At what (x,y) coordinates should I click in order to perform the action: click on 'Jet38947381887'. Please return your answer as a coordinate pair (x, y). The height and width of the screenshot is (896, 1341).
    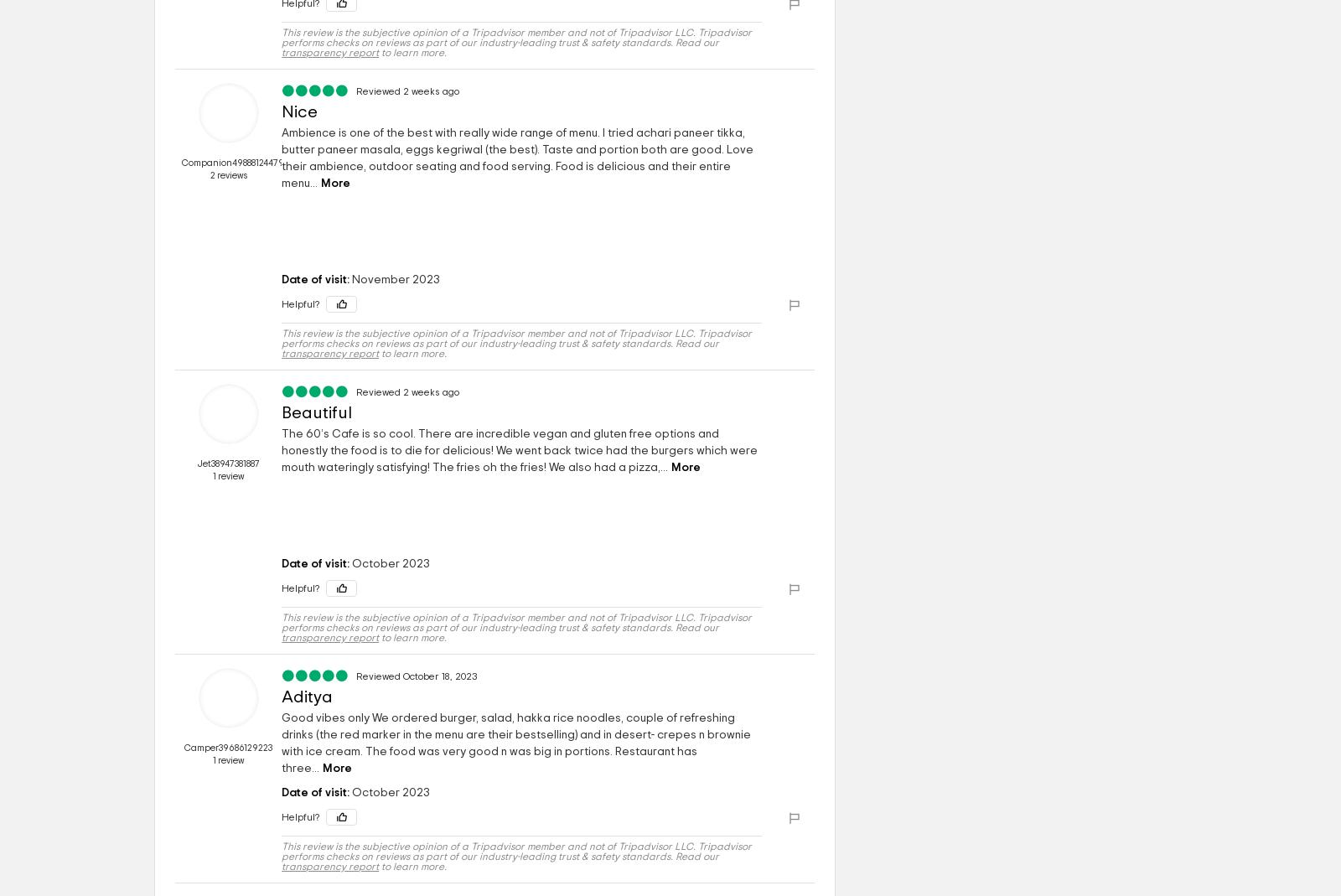
    Looking at the image, I should click on (228, 464).